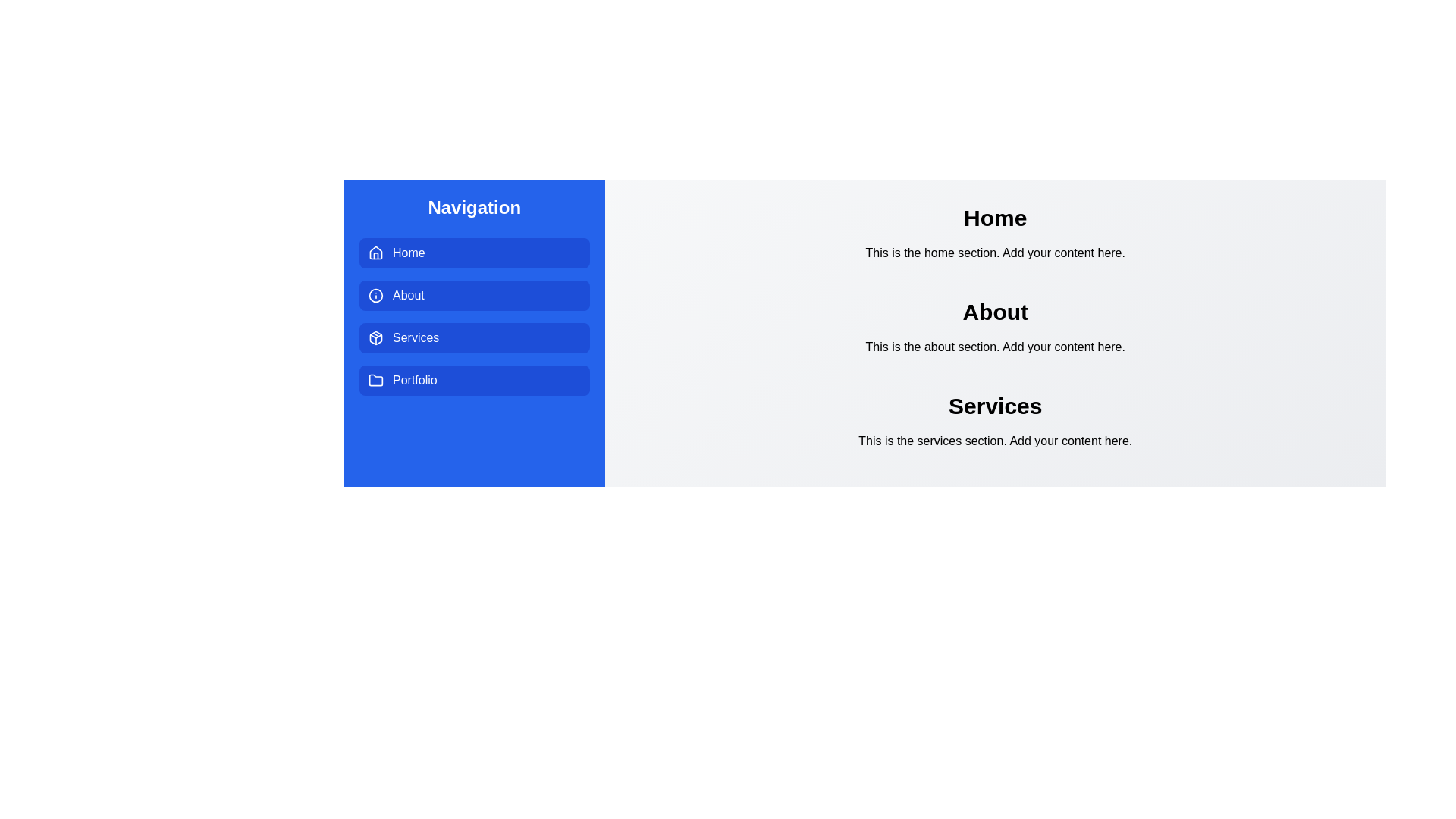 The image size is (1456, 819). I want to click on content from the Text Content Area located in the main content area of the webpage, which is positioned below the 'About' section and above the 'Portfolio' section, so click(995, 421).